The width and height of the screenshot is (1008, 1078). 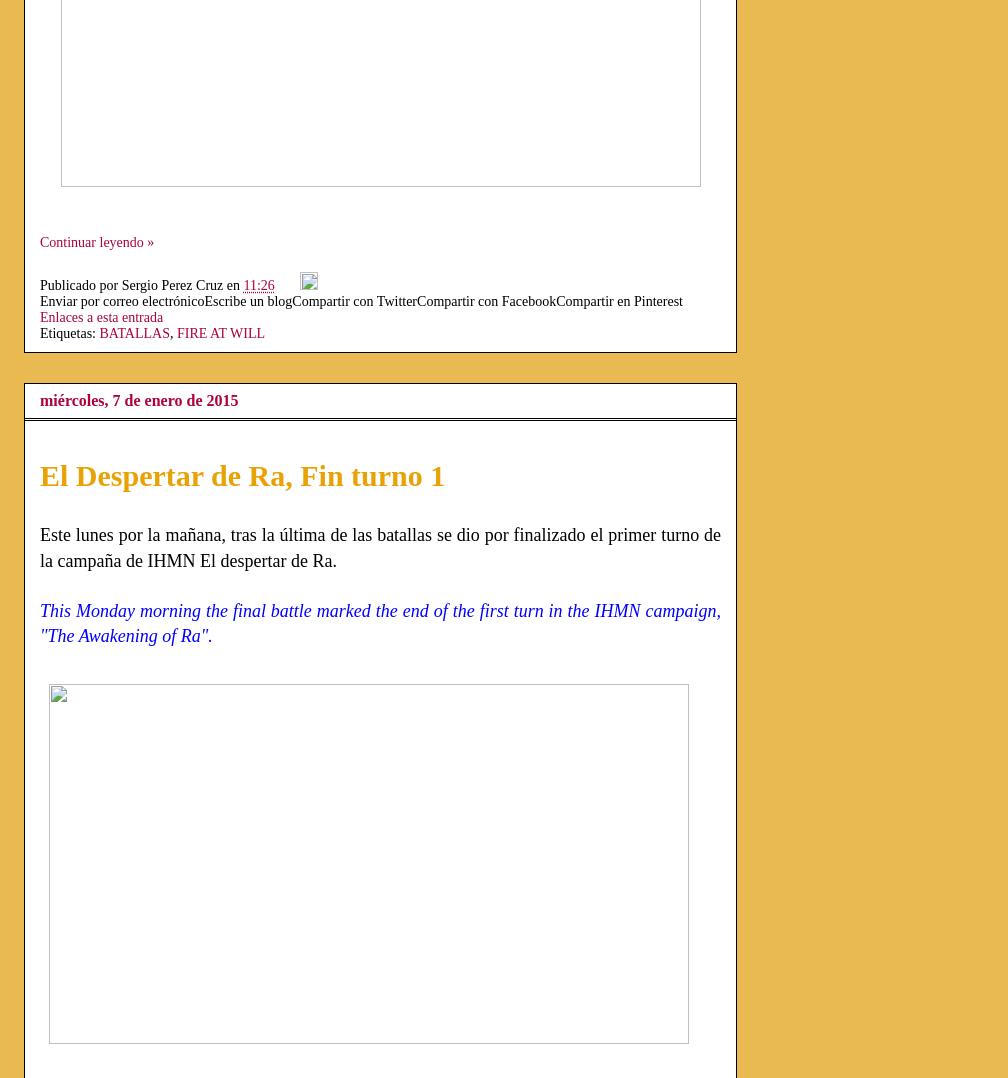 I want to click on 'Este lunes por la mañana, tras la última de las batallas se dio por finalizado el primer turno de la campaña de IHMN El despertar de Ra.', so click(x=380, y=546).